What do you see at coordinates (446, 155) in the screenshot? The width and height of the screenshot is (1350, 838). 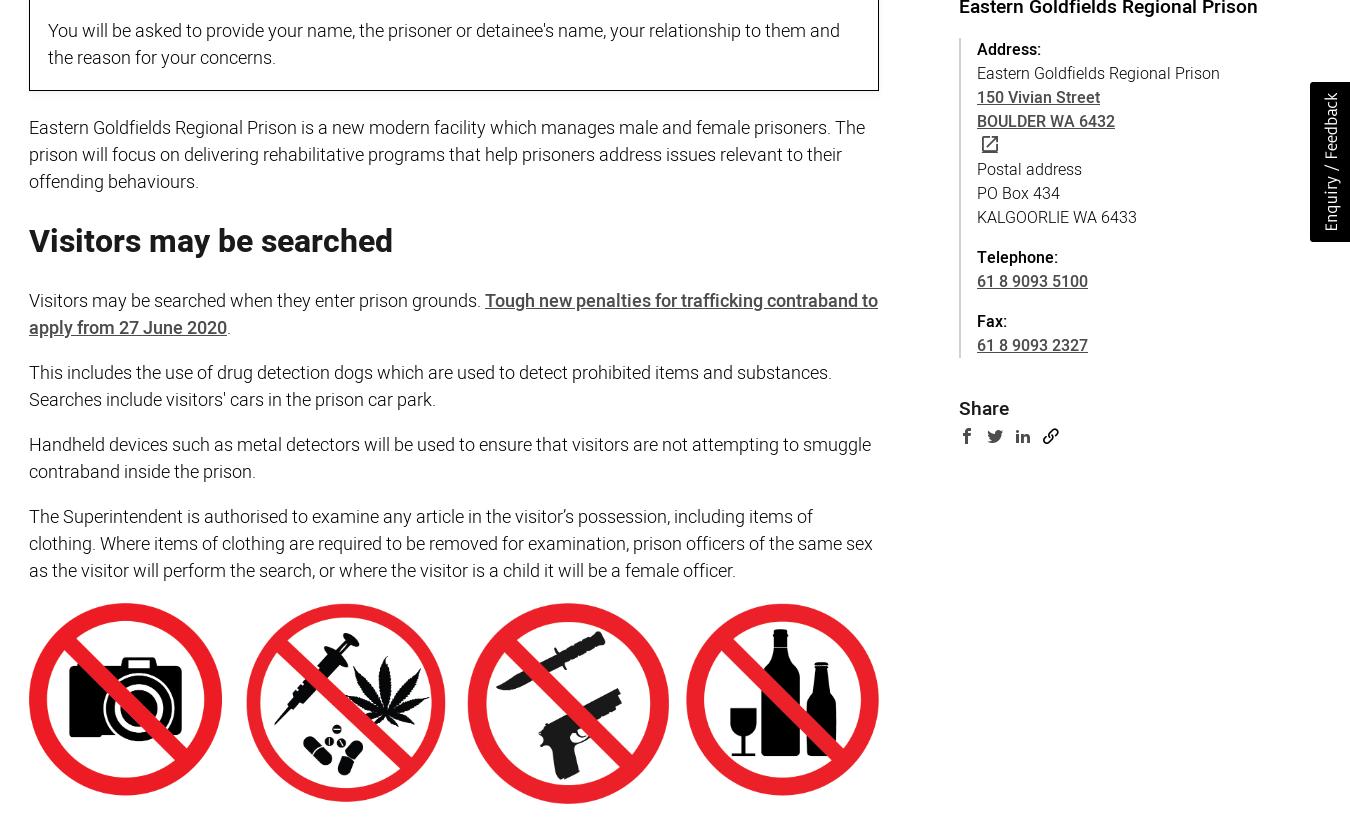 I see `'Eastern Goldfields Regional Prison is a new modern facility which manages male and female prisoners. The prison will focus on delivering rehabilitative programs that help prisoners address issues relevant to their offending behaviours.'` at bounding box center [446, 155].